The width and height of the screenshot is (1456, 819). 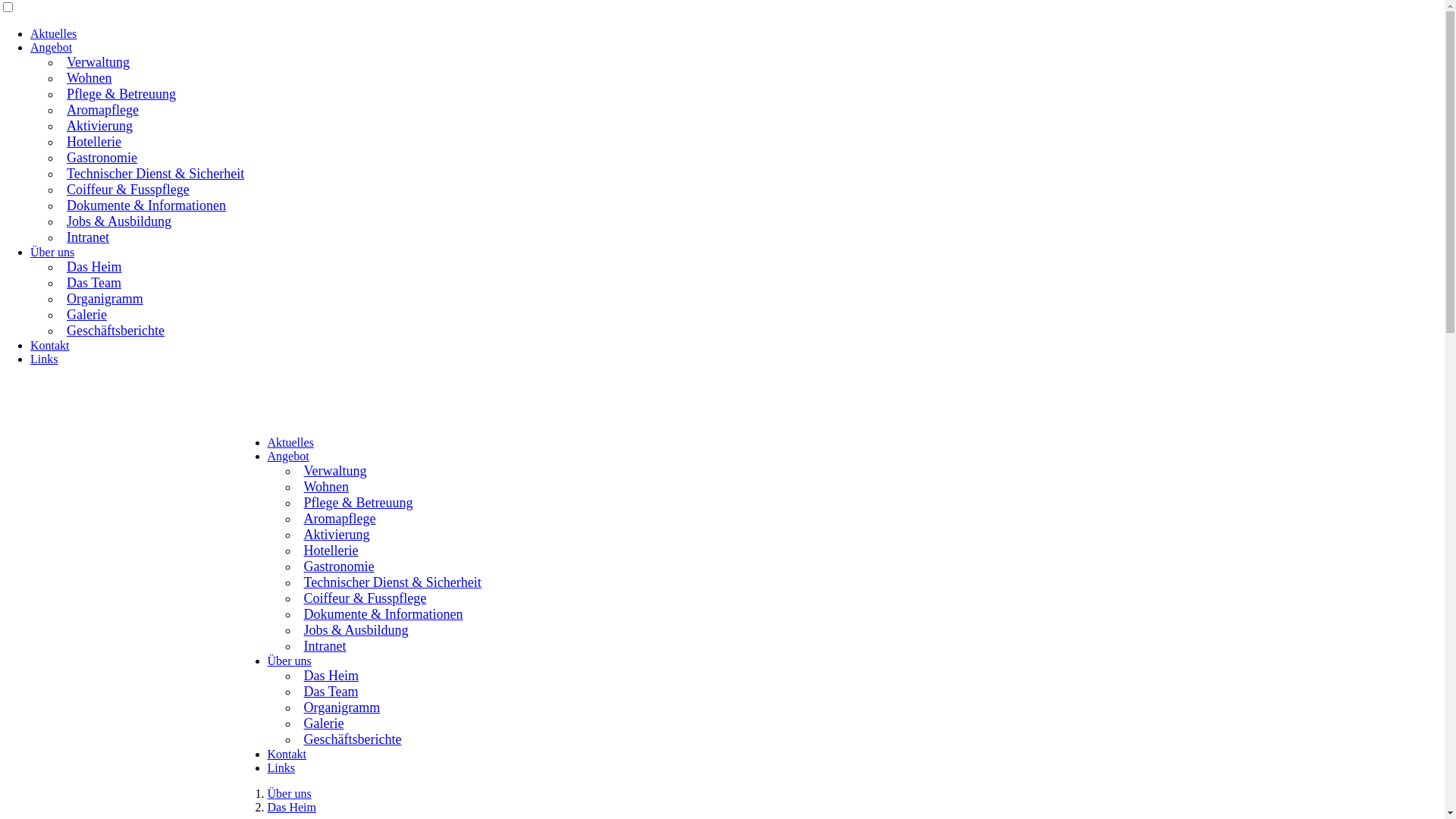 What do you see at coordinates (328, 690) in the screenshot?
I see `'Das Team'` at bounding box center [328, 690].